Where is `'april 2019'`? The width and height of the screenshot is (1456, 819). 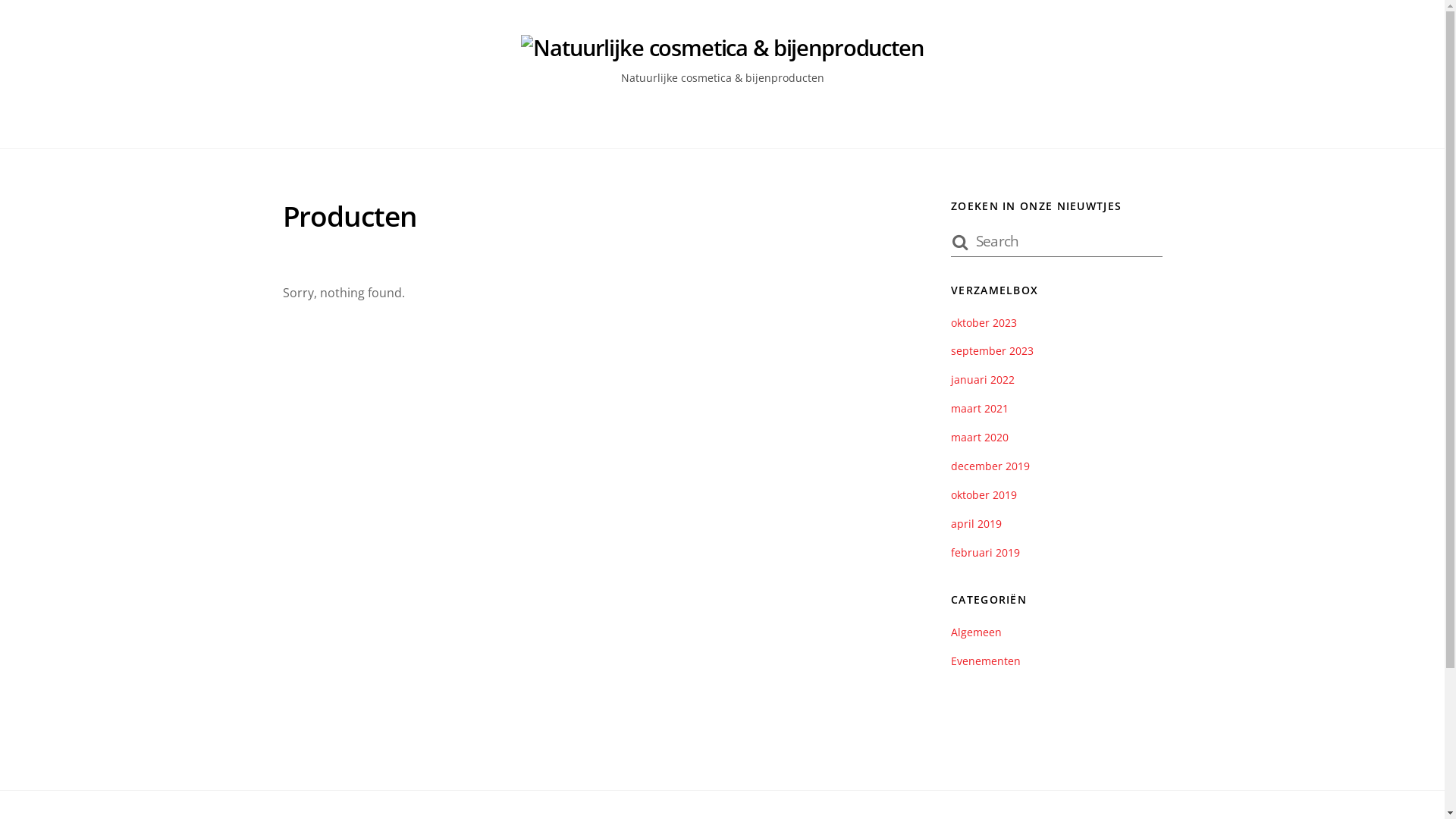 'april 2019' is located at coordinates (976, 522).